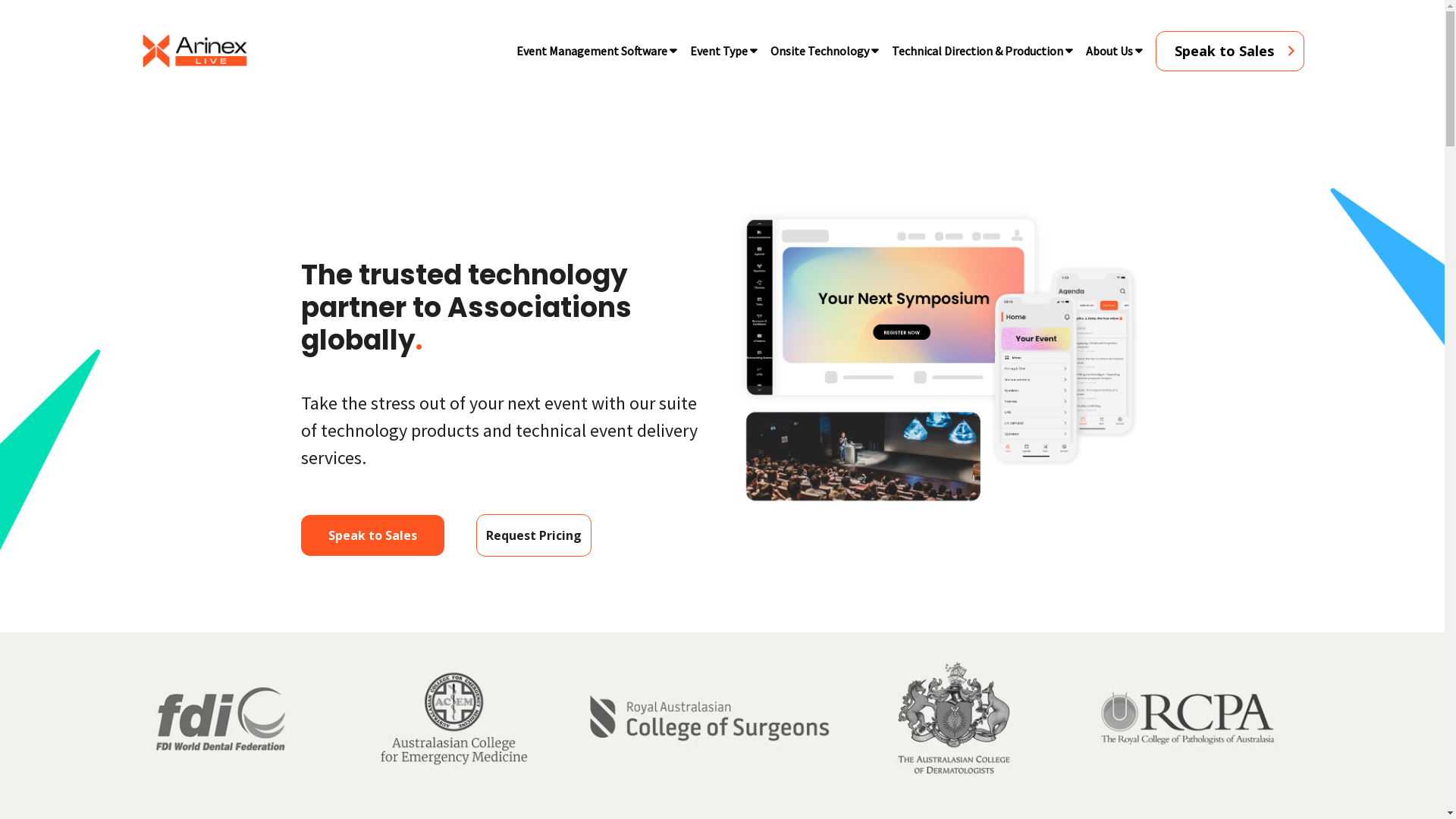  What do you see at coordinates (717, 49) in the screenshot?
I see `'Event Type'` at bounding box center [717, 49].